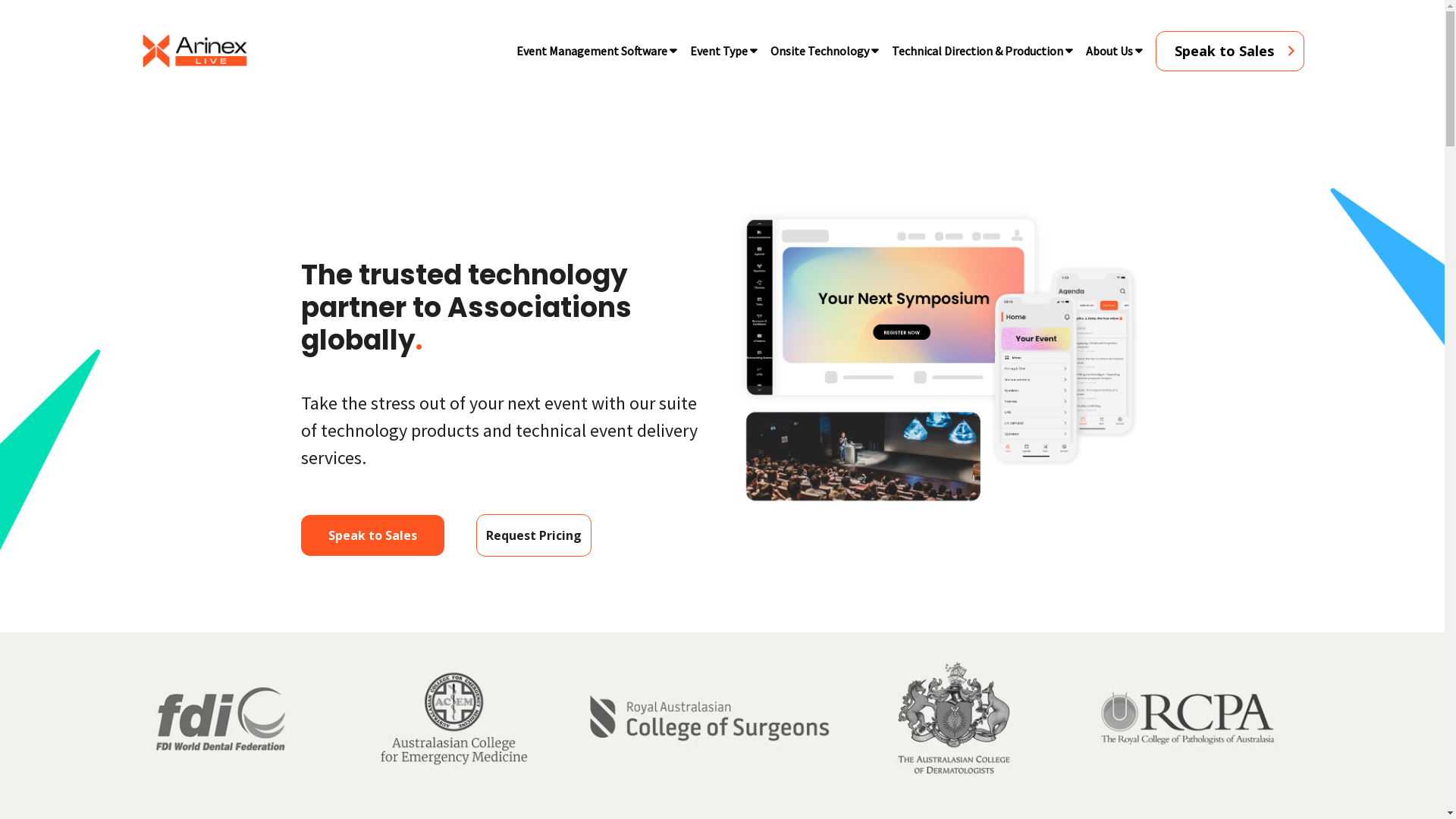  What do you see at coordinates (717, 49) in the screenshot?
I see `'Event Type'` at bounding box center [717, 49].